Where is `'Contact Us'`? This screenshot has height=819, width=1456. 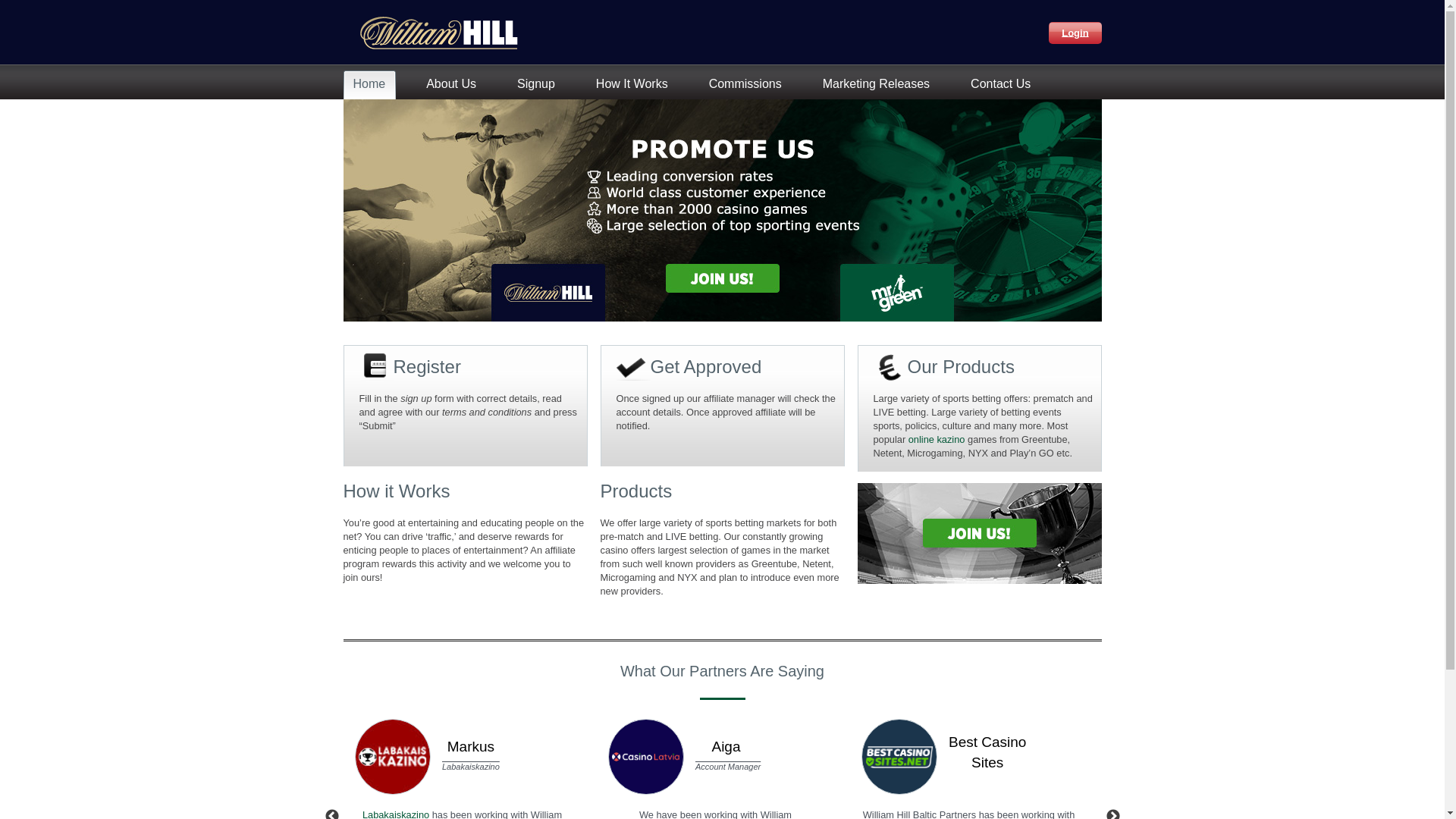 'Contact Us' is located at coordinates (1004, 84).